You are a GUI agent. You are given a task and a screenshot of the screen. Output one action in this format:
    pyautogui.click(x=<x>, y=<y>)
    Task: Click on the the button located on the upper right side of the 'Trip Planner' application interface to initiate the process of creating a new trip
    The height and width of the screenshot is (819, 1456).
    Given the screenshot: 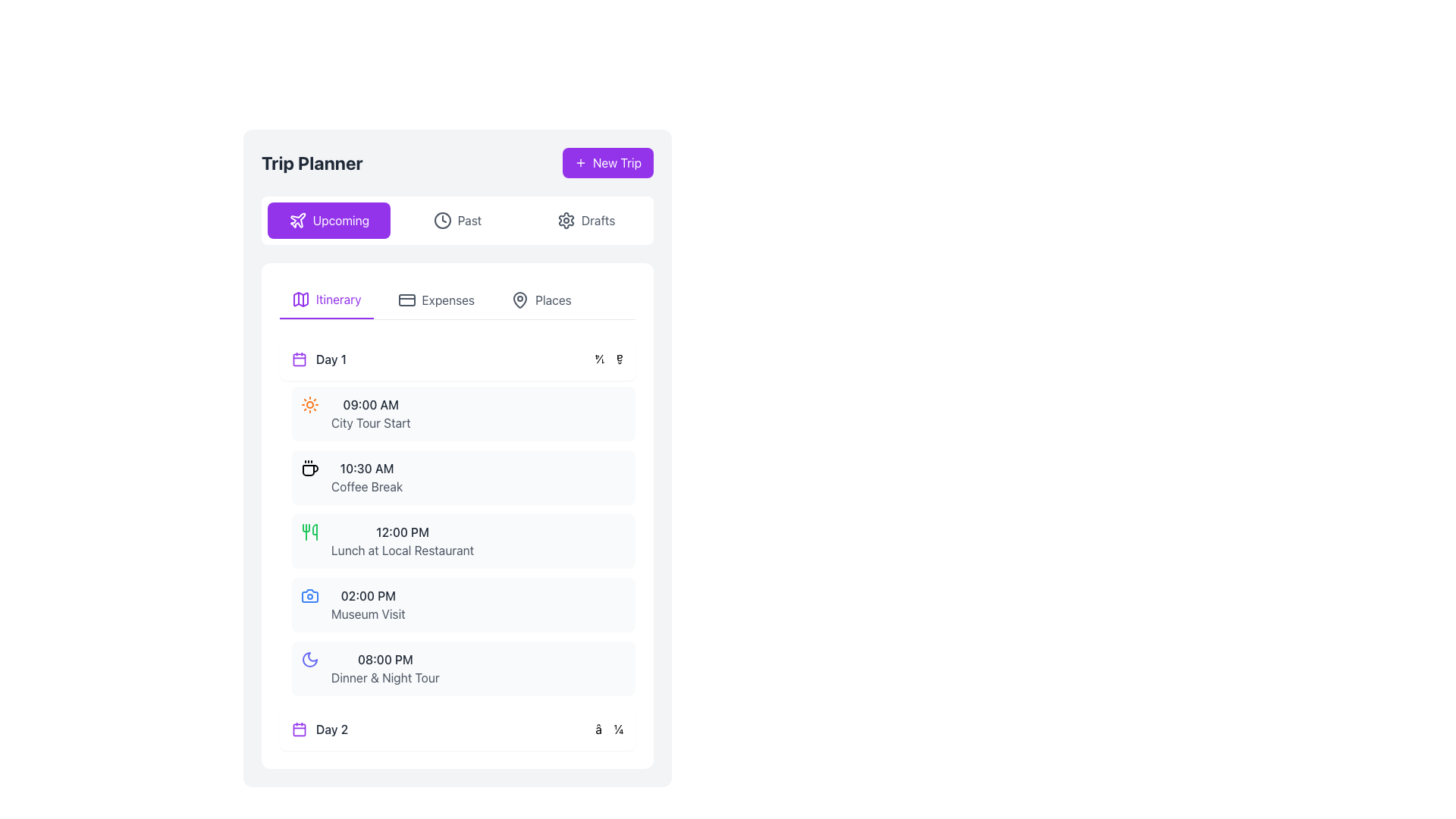 What is the action you would take?
    pyautogui.click(x=607, y=163)
    